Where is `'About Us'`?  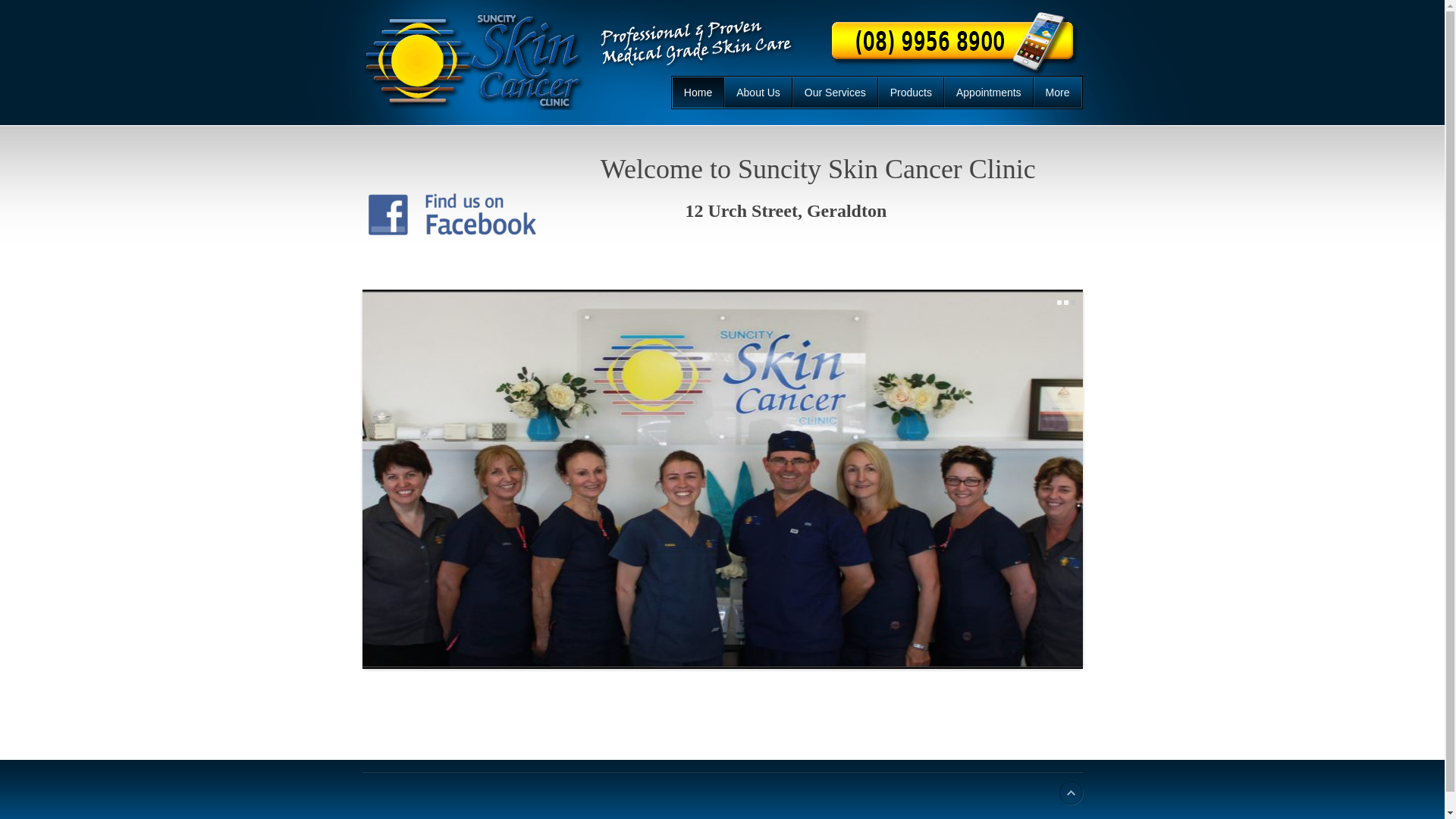
'About Us' is located at coordinates (723, 93).